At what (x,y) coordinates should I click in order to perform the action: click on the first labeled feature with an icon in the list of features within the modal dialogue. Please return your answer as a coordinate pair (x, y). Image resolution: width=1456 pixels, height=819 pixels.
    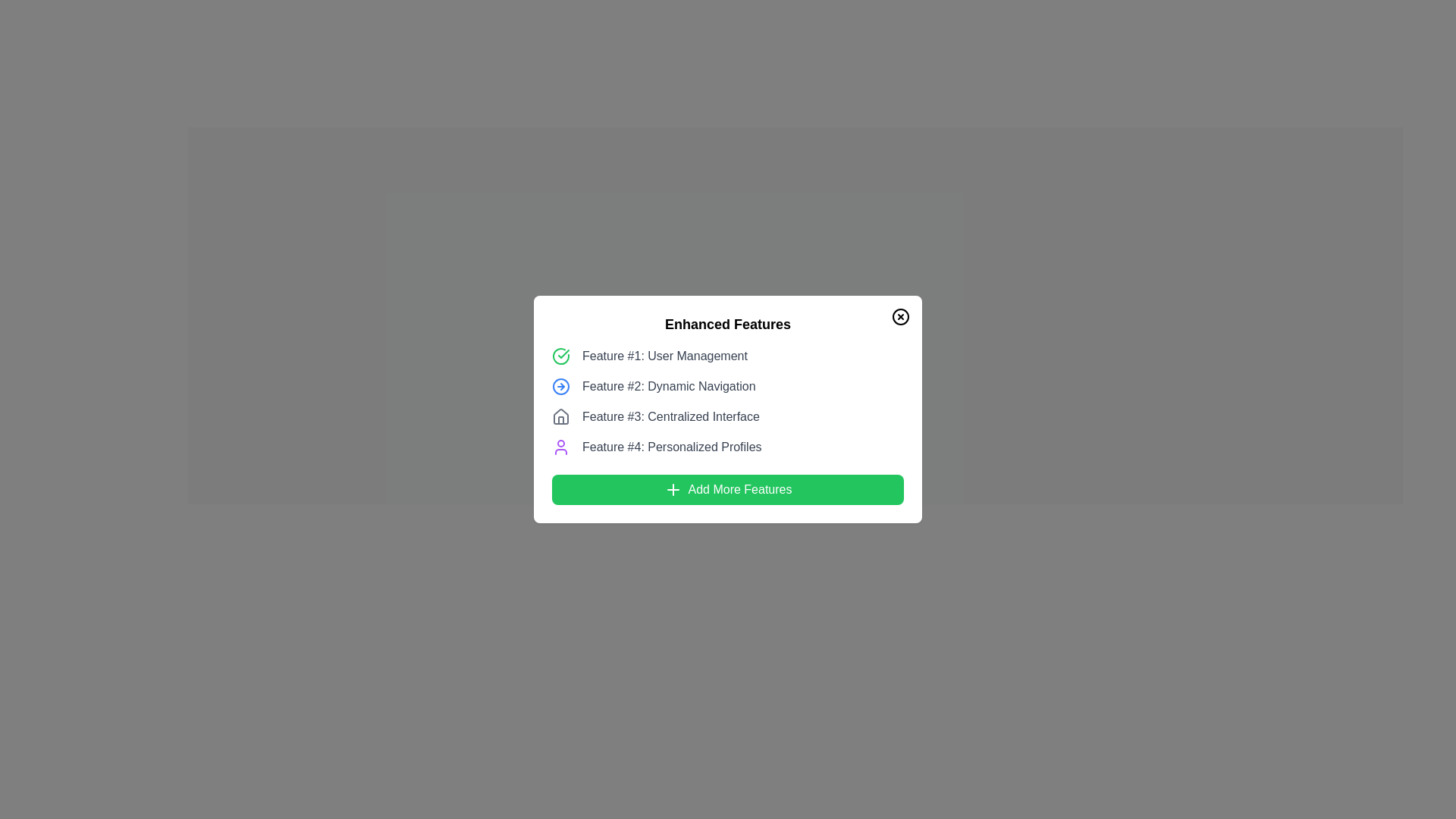
    Looking at the image, I should click on (728, 356).